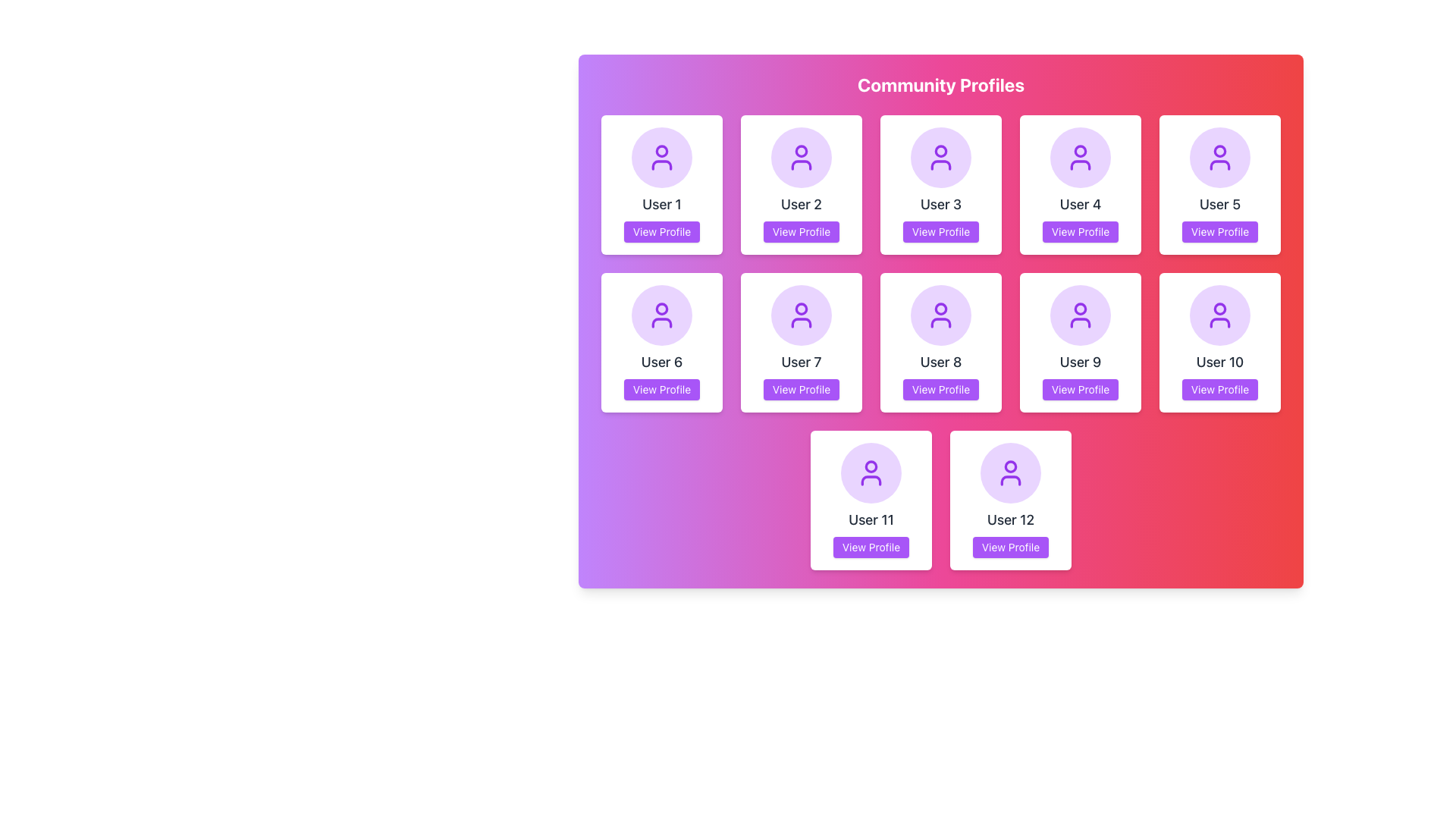  Describe the element at coordinates (662, 315) in the screenshot. I see `the user profile icon, which features a circular purple avatar within a lighter purple square, located` at that location.